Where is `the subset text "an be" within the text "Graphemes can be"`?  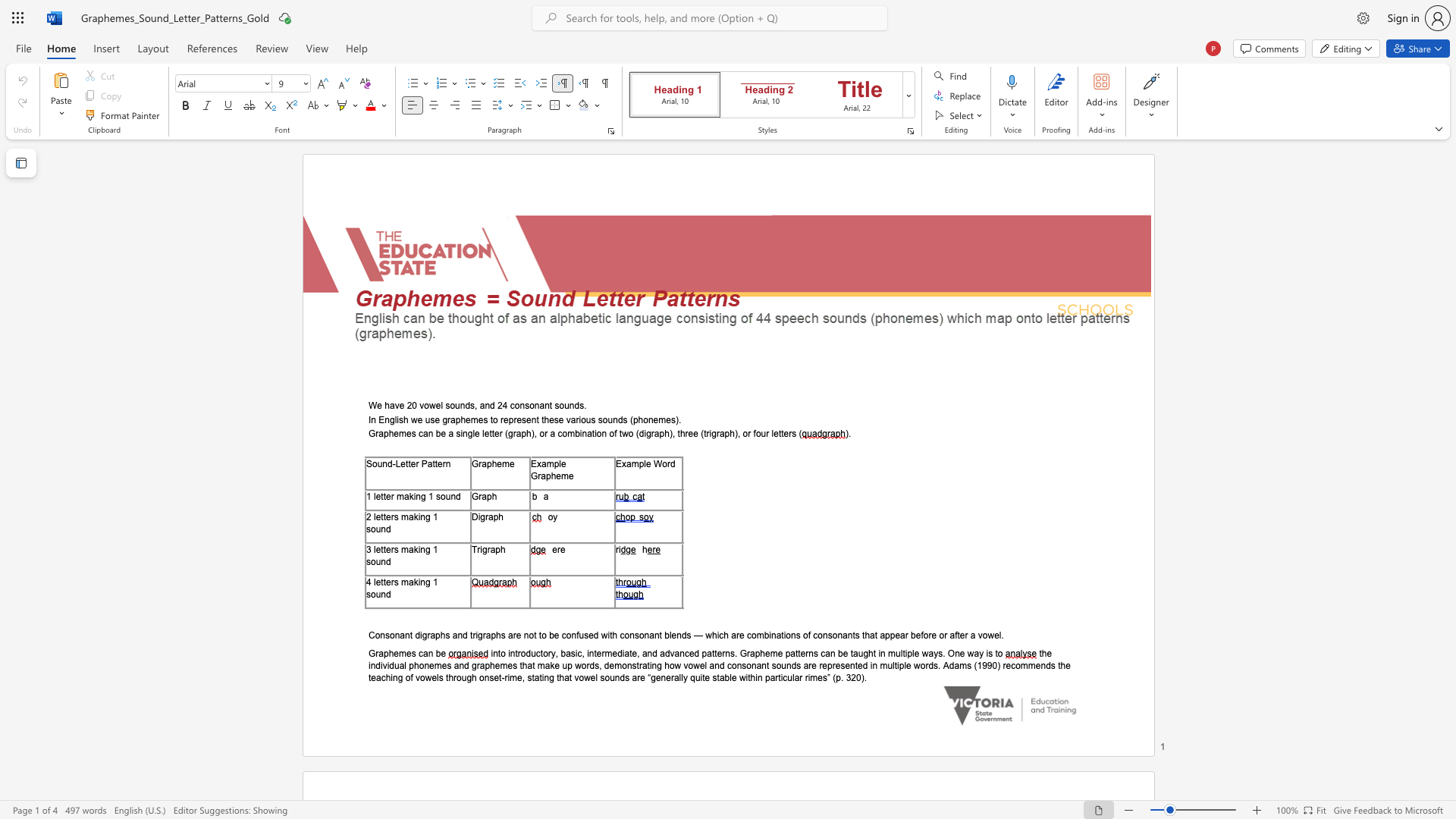
the subset text "an be" within the text "Graphemes can be" is located at coordinates (422, 652).